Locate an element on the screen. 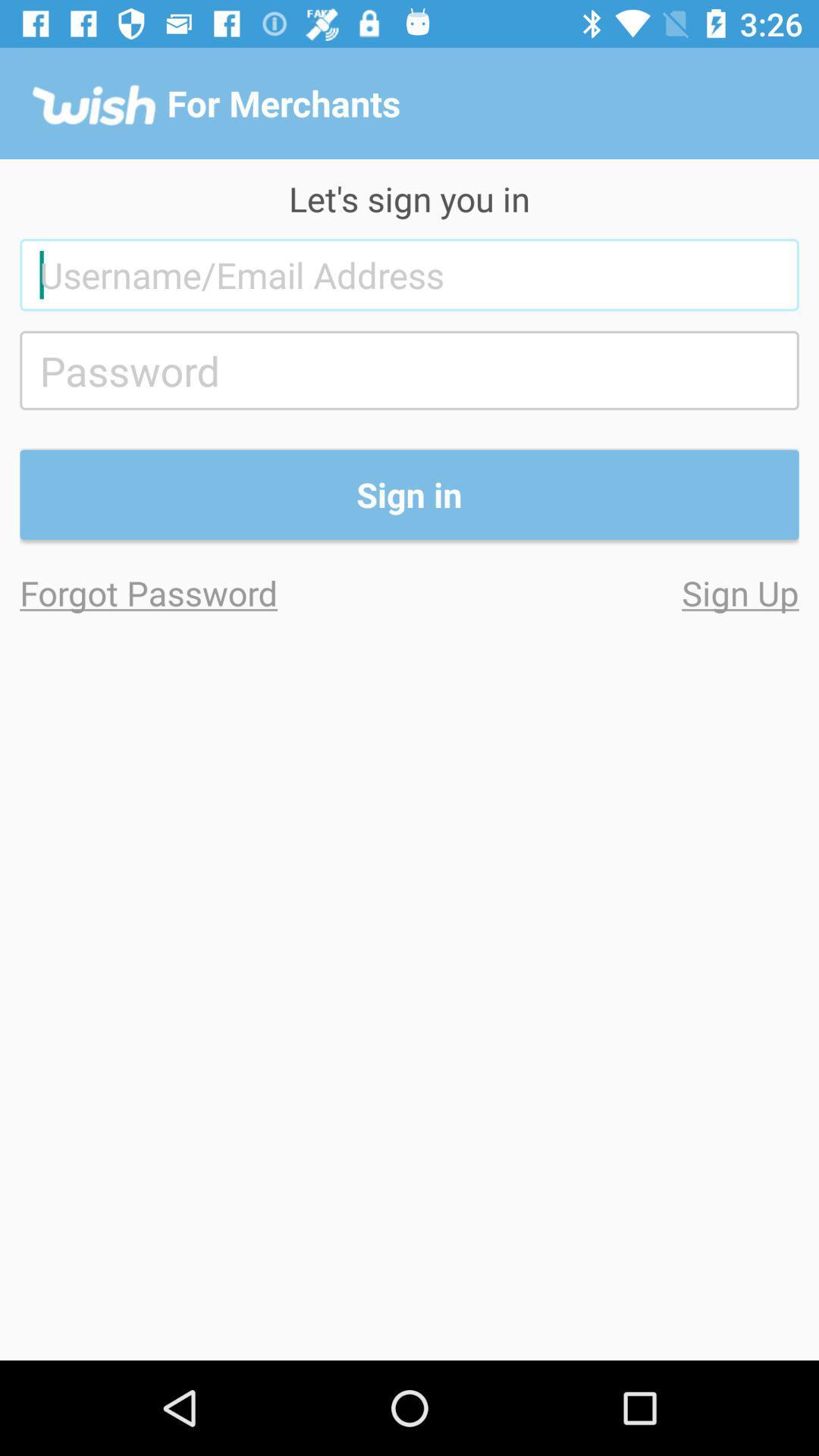 This screenshot has height=1456, width=819. the item on the right is located at coordinates (603, 591).